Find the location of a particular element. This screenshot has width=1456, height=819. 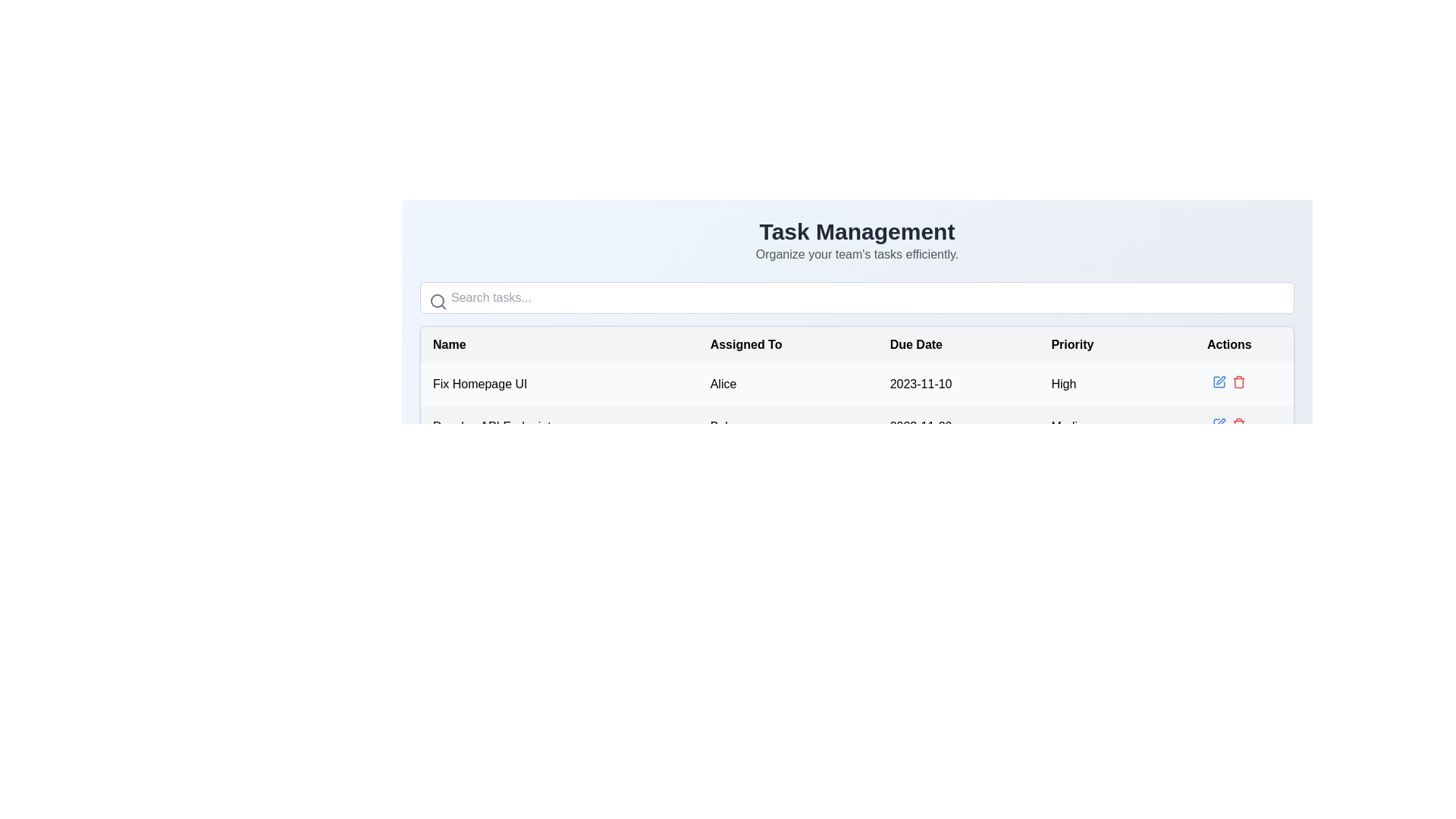

the icon resembling a square frame with a pen intersecting one corner, located in the Actions column of the second row under the Task Management section is located at coordinates (1219, 381).